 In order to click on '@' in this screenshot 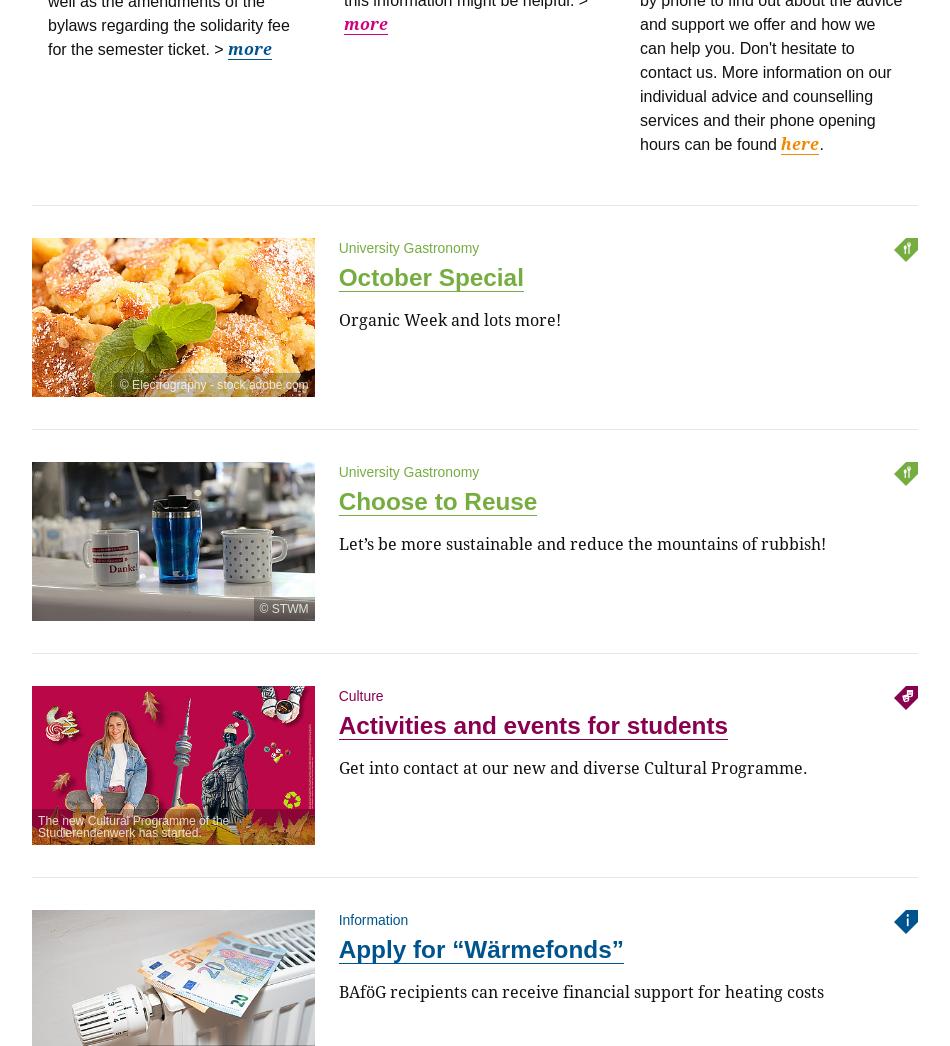, I will do `click(352, 870)`.